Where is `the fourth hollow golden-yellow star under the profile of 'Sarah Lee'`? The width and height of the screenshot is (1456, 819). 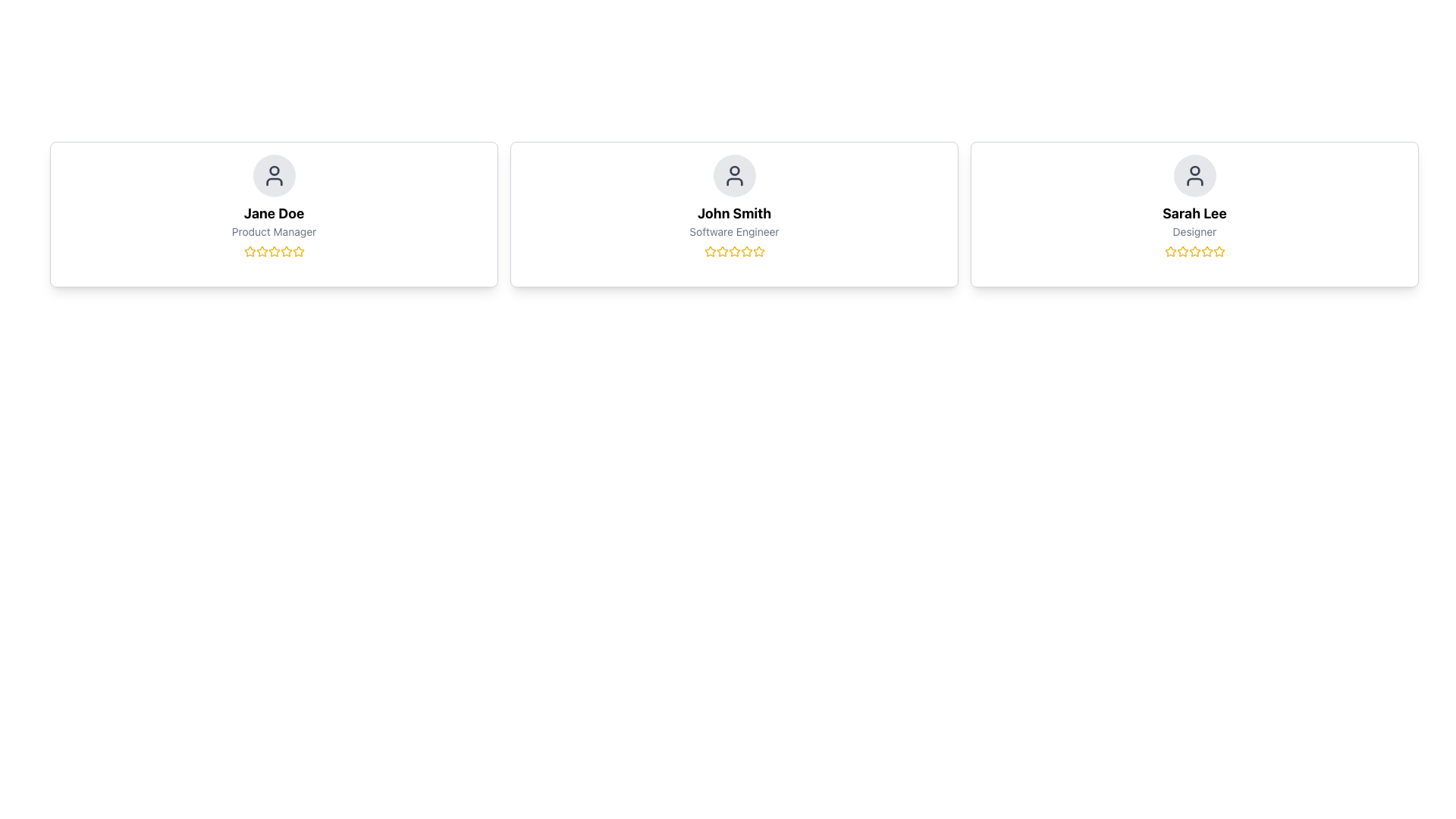
the fourth hollow golden-yellow star under the profile of 'Sarah Lee' is located at coordinates (1206, 250).